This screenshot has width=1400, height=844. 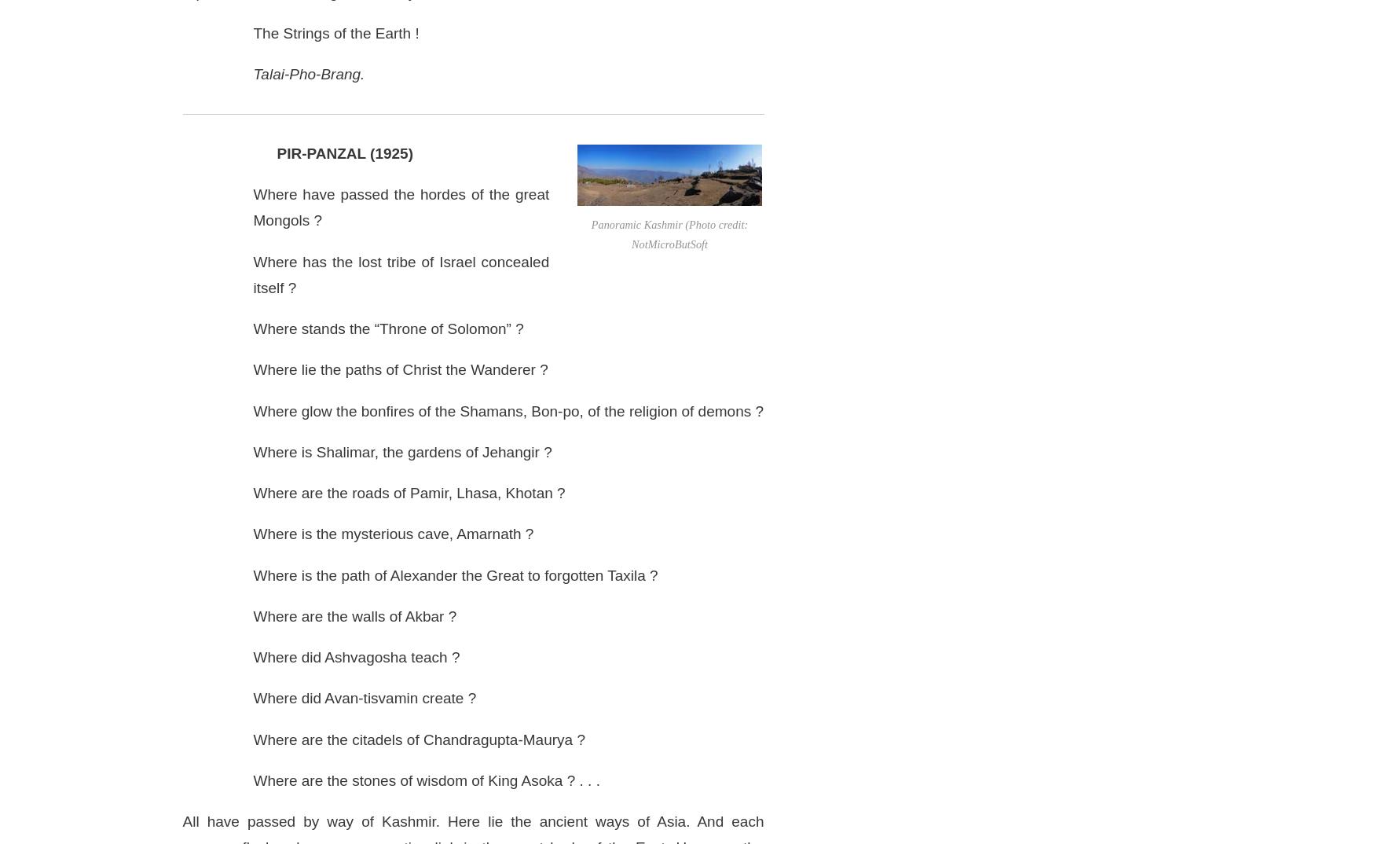 I want to click on 'Where did Ashvagosha teach ?', so click(x=355, y=657).